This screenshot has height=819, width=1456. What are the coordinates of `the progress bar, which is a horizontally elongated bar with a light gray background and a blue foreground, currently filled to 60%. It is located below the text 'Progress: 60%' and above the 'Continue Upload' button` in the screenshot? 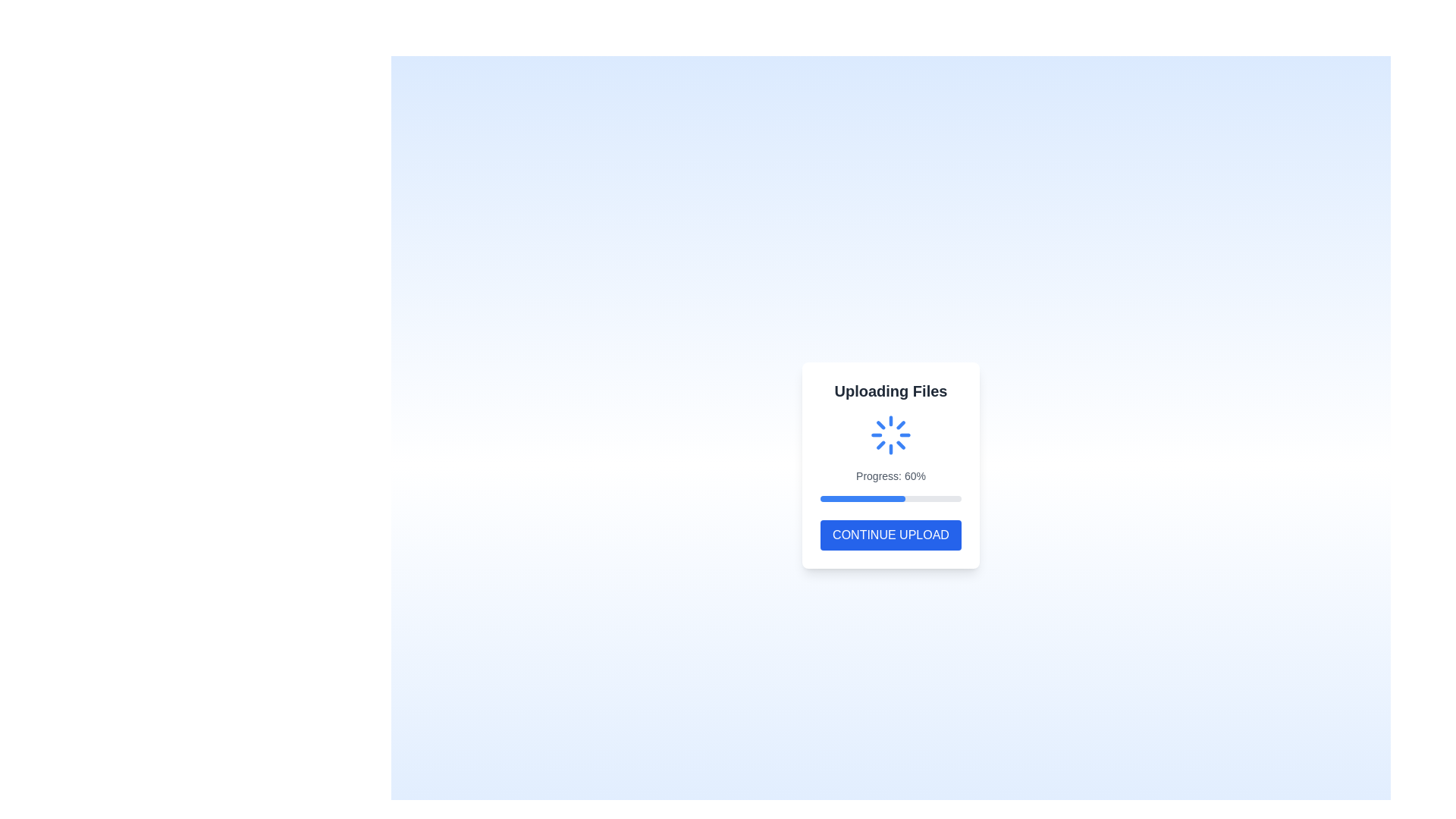 It's located at (891, 499).